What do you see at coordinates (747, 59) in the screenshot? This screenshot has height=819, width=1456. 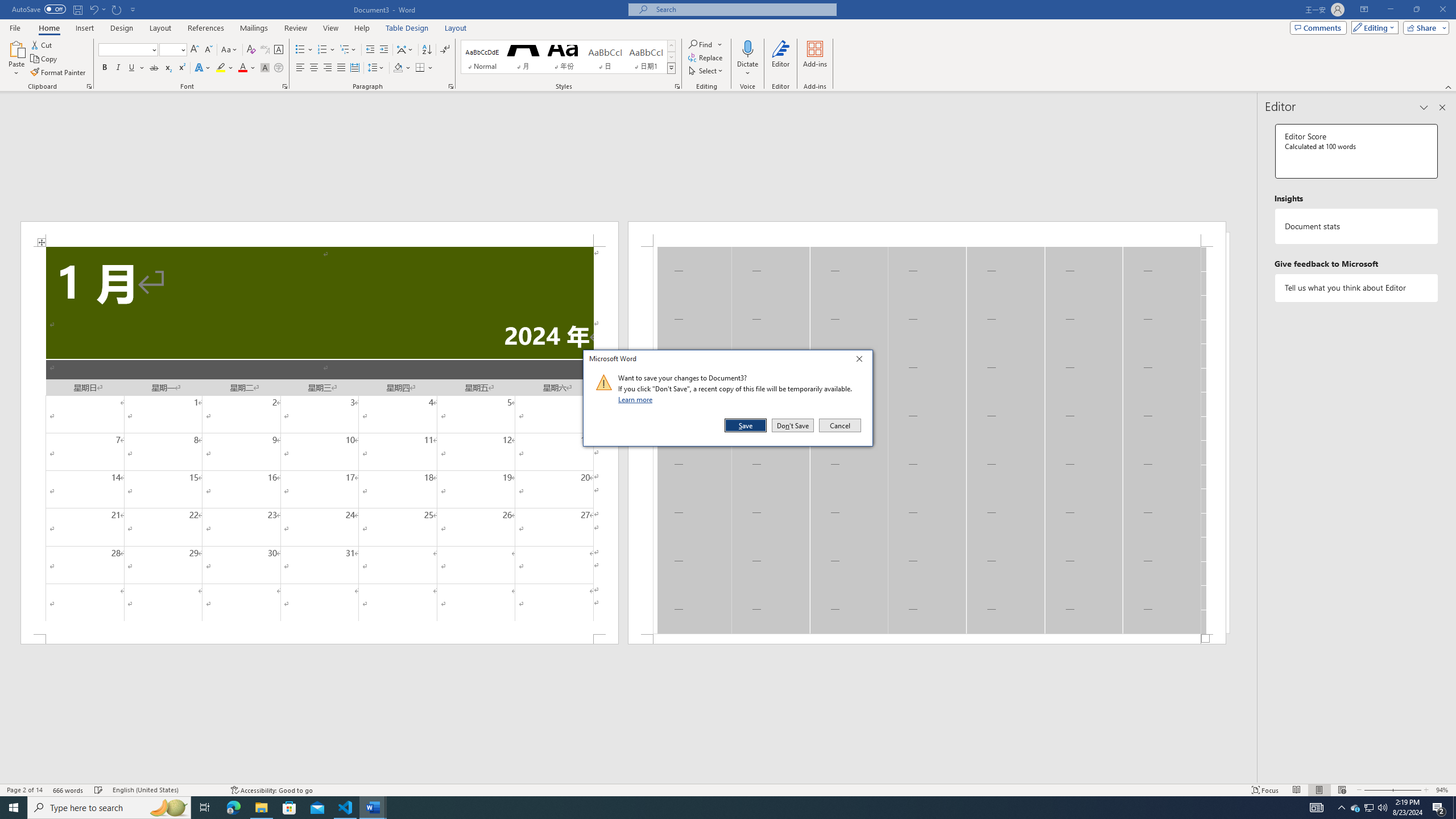 I see `'Dictate'` at bounding box center [747, 59].